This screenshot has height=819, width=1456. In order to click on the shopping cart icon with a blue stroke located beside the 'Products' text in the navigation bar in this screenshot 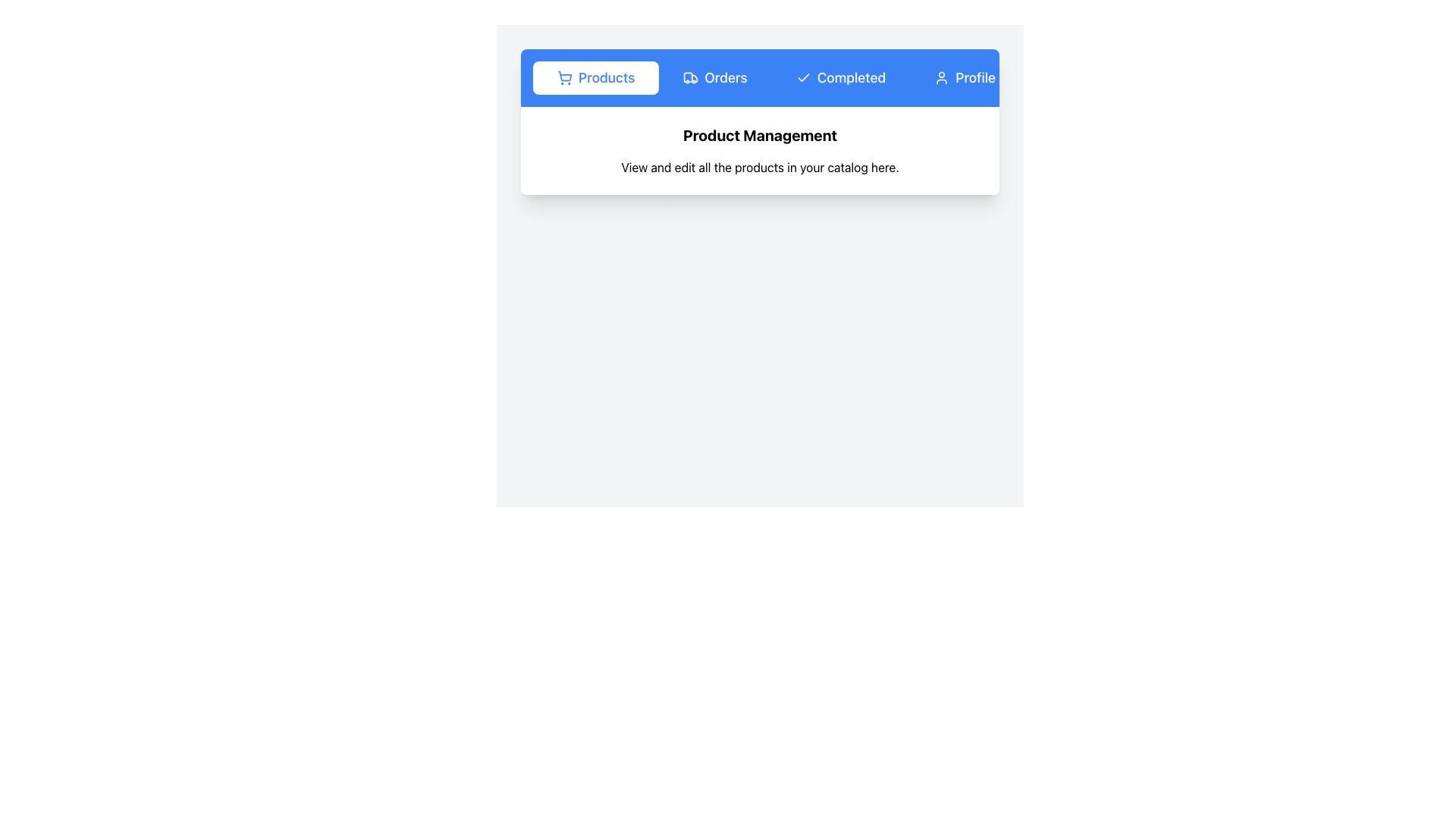, I will do `click(563, 78)`.